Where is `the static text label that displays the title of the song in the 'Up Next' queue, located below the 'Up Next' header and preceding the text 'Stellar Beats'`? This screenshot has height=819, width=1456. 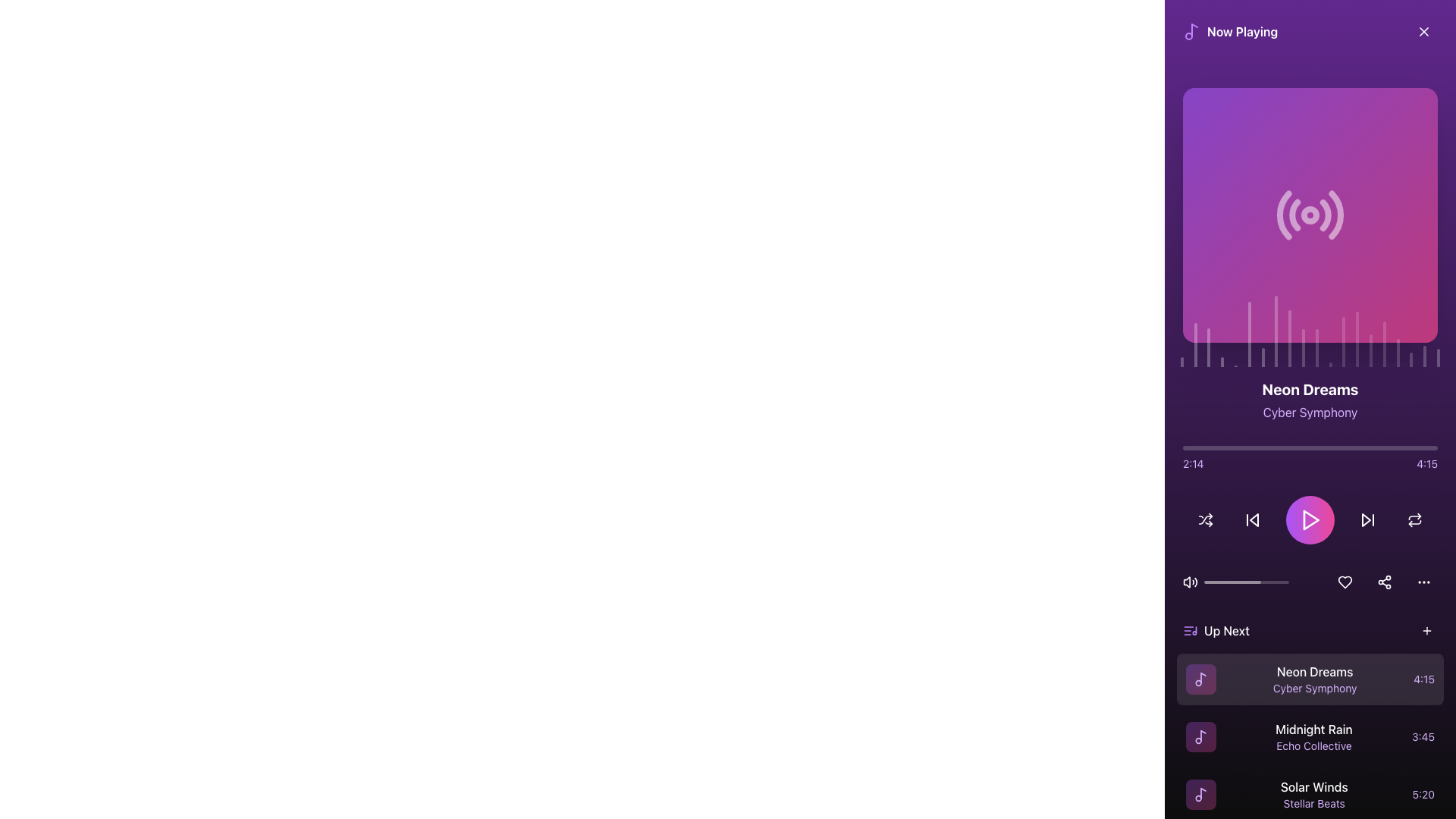 the static text label that displays the title of the song in the 'Up Next' queue, located below the 'Up Next' header and preceding the text 'Stellar Beats' is located at coordinates (1313, 786).